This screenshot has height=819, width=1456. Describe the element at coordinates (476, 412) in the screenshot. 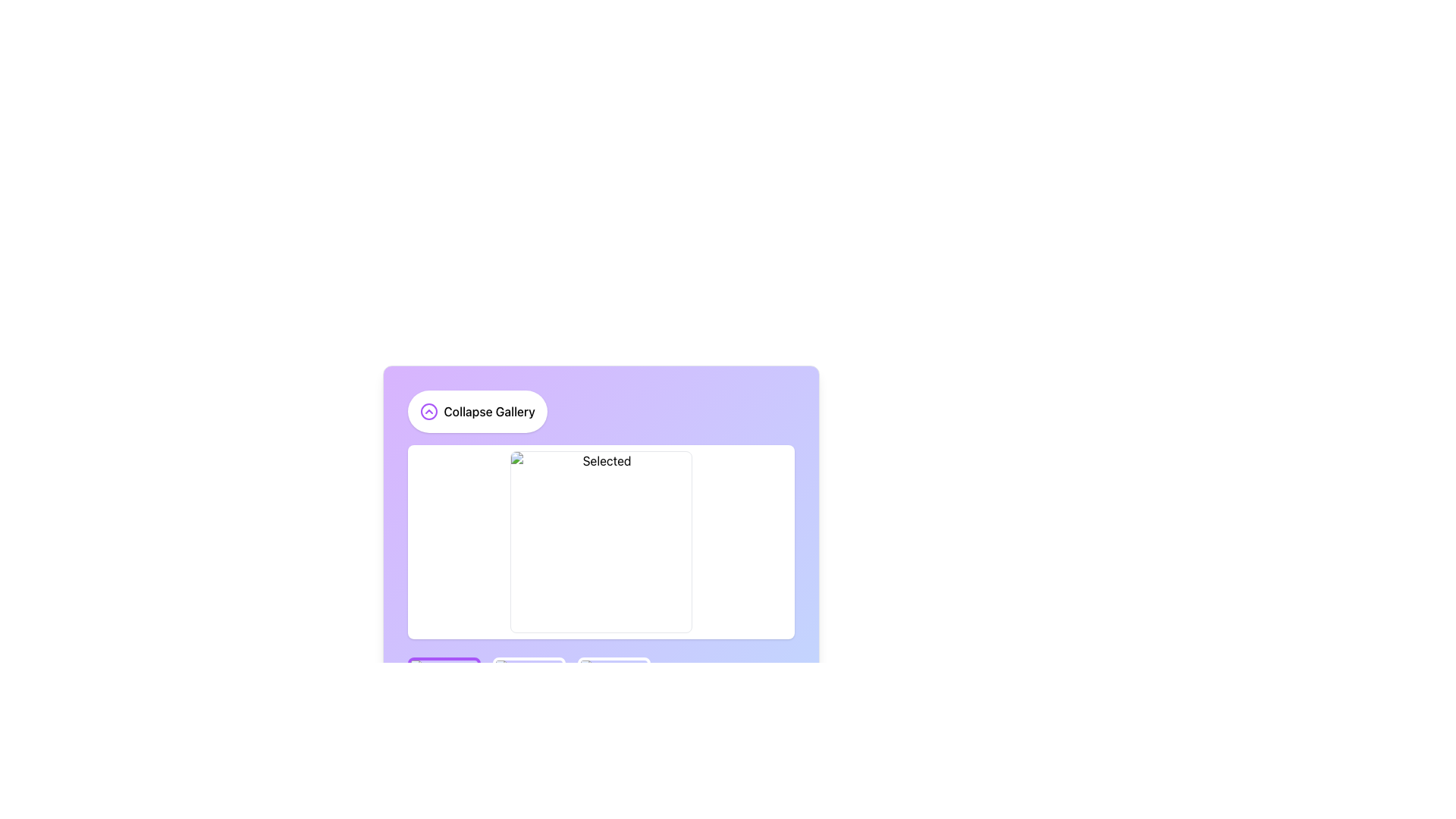

I see `the 'Collapse Gallery' button, which is a rounded rectangular button with a white background and a purple chevron-up icon, located at the center of the interface` at that location.